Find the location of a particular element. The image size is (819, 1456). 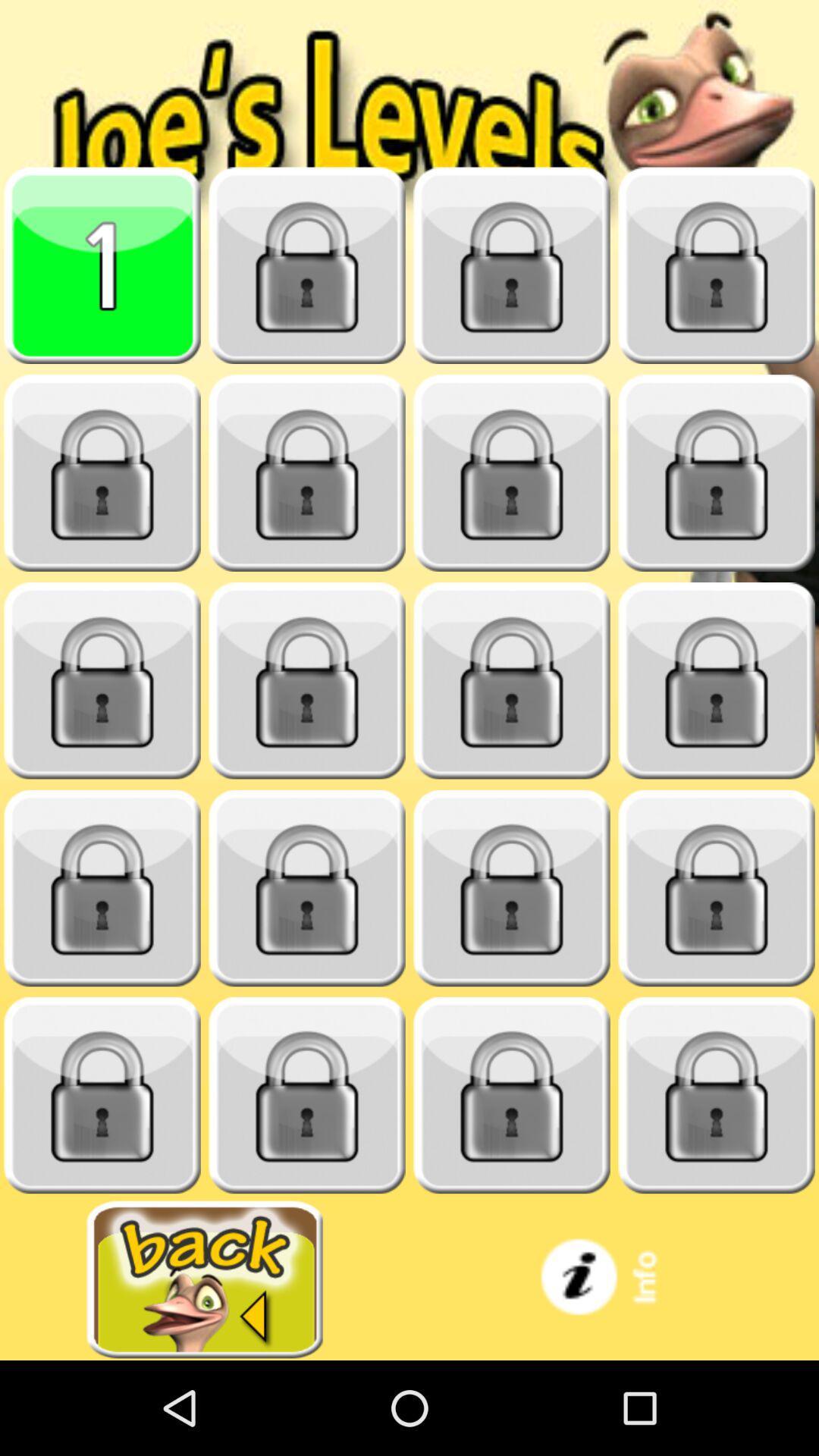

unlock level is located at coordinates (102, 472).